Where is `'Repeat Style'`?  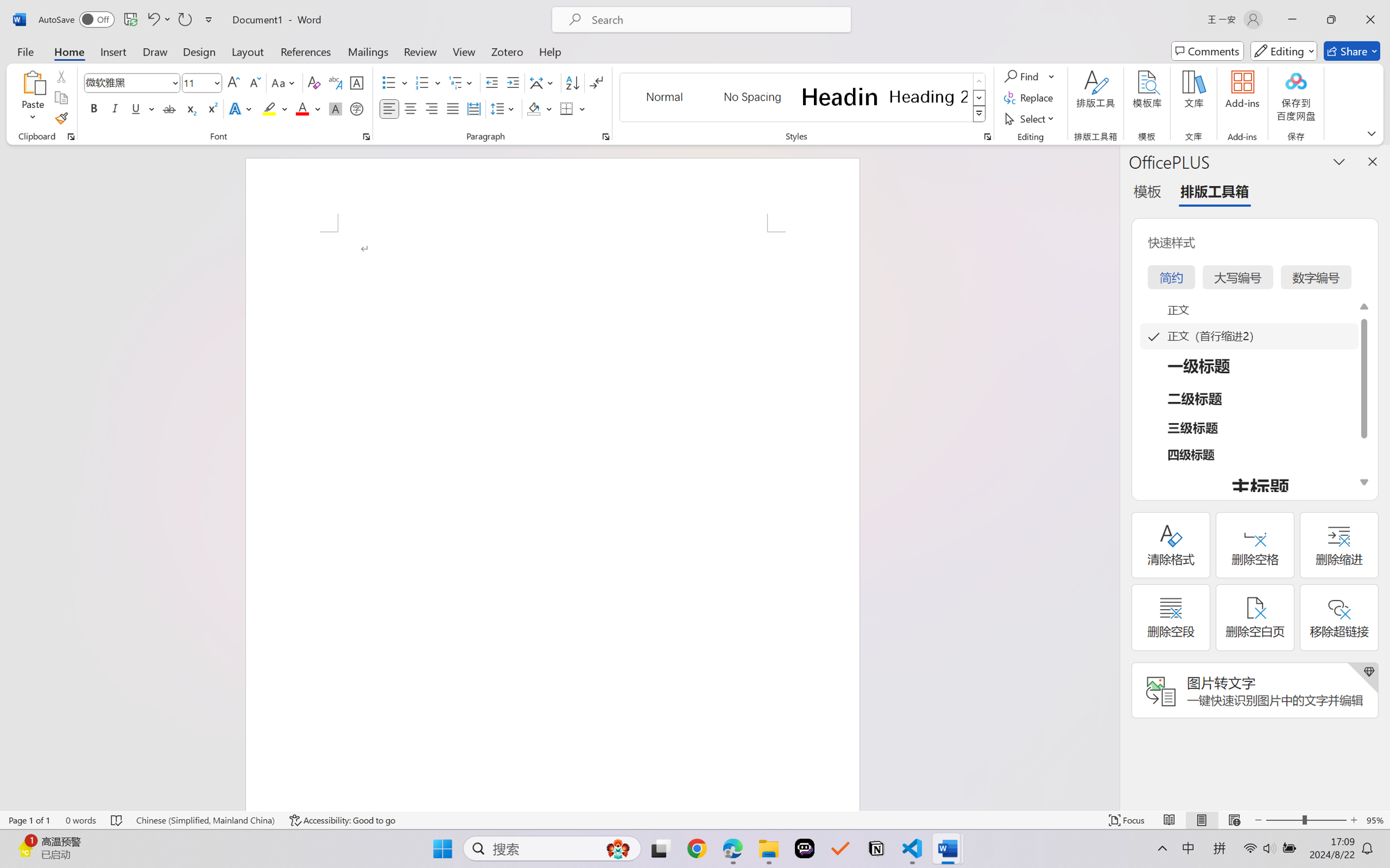
'Repeat Style' is located at coordinates (184, 19).